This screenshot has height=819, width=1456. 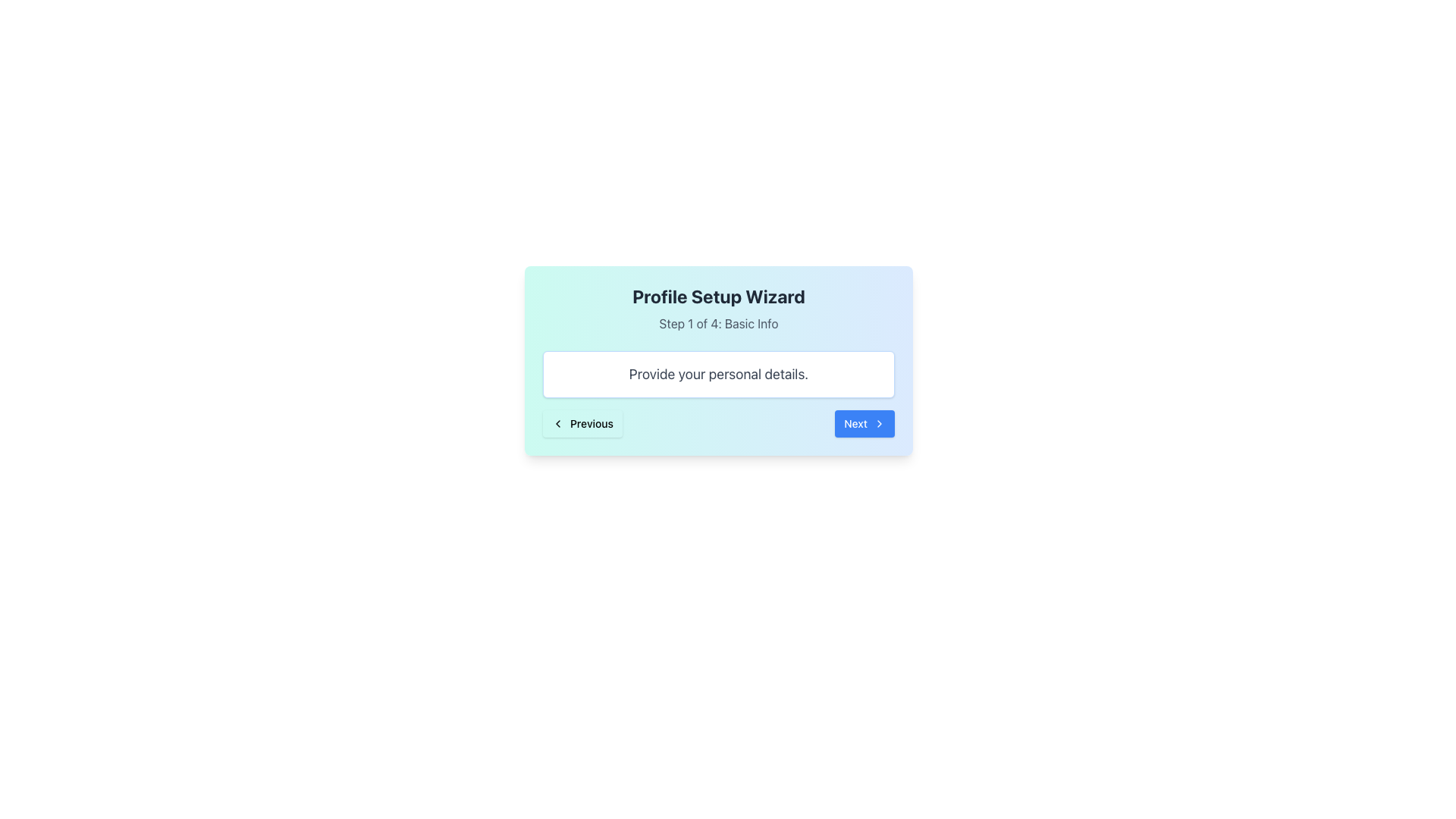 I want to click on the 'Previous' button located at the bottom left of the modal window, so click(x=582, y=424).